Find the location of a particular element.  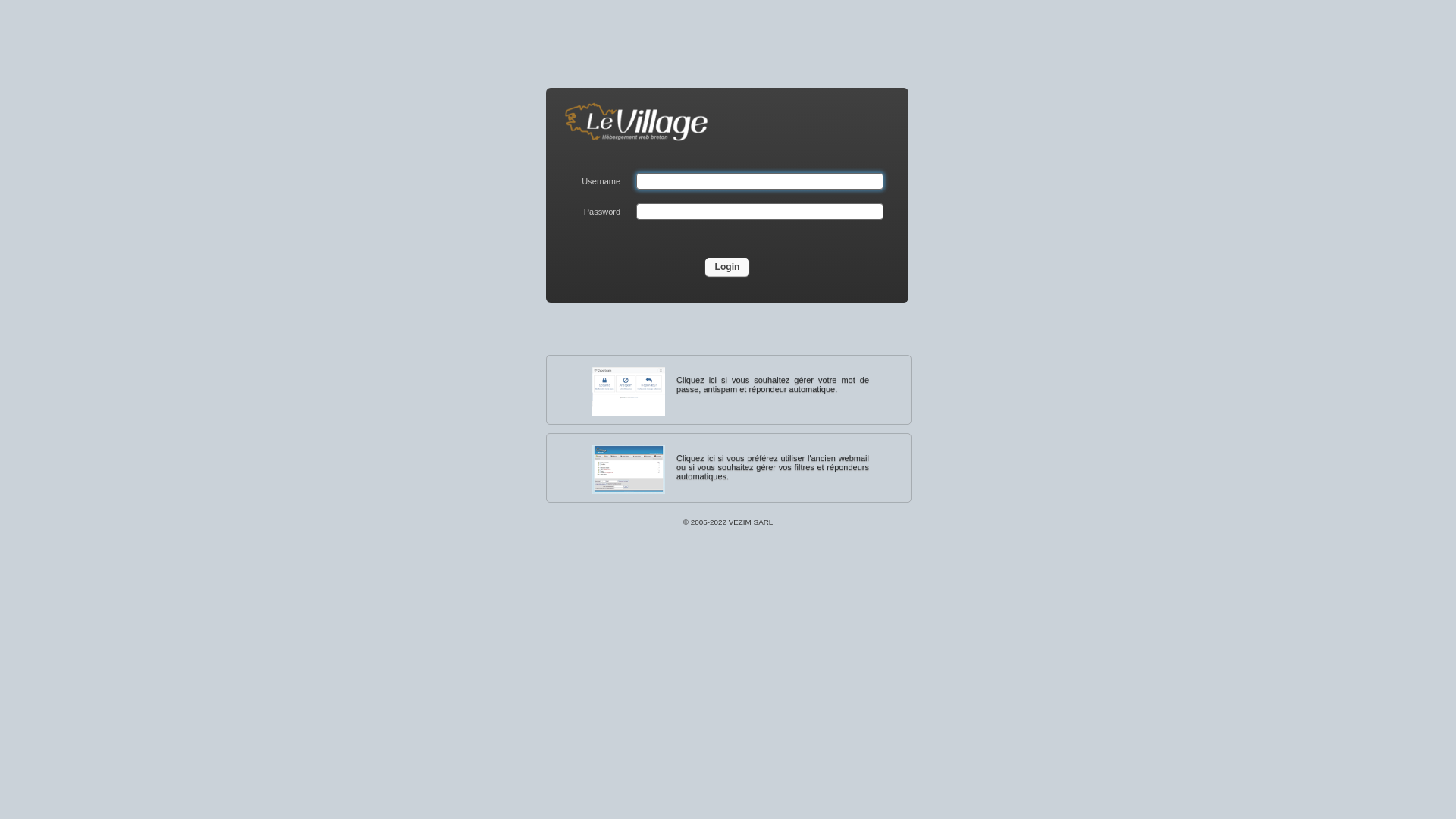

'Login' is located at coordinates (726, 265).